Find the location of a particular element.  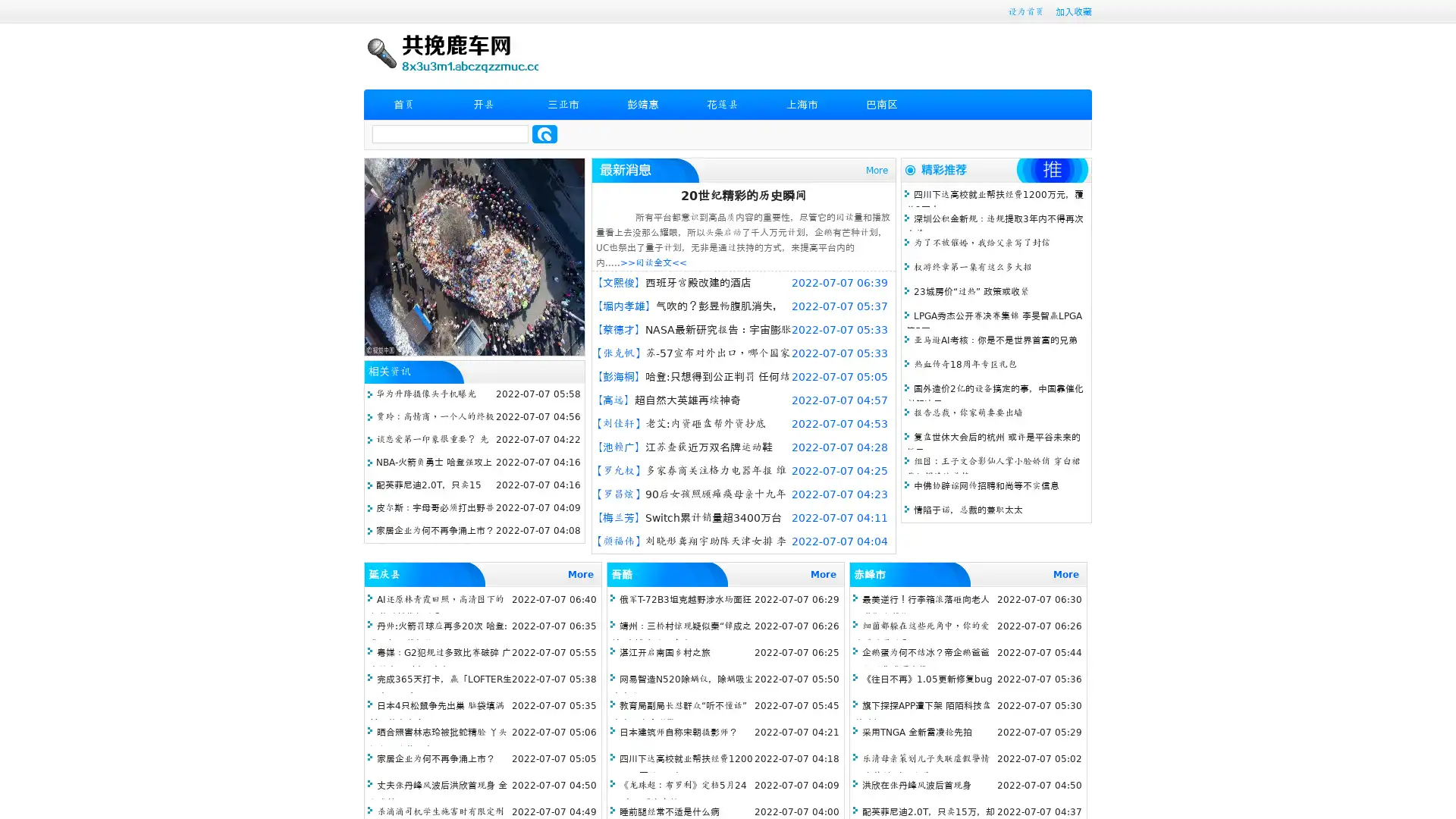

Search is located at coordinates (544, 133).